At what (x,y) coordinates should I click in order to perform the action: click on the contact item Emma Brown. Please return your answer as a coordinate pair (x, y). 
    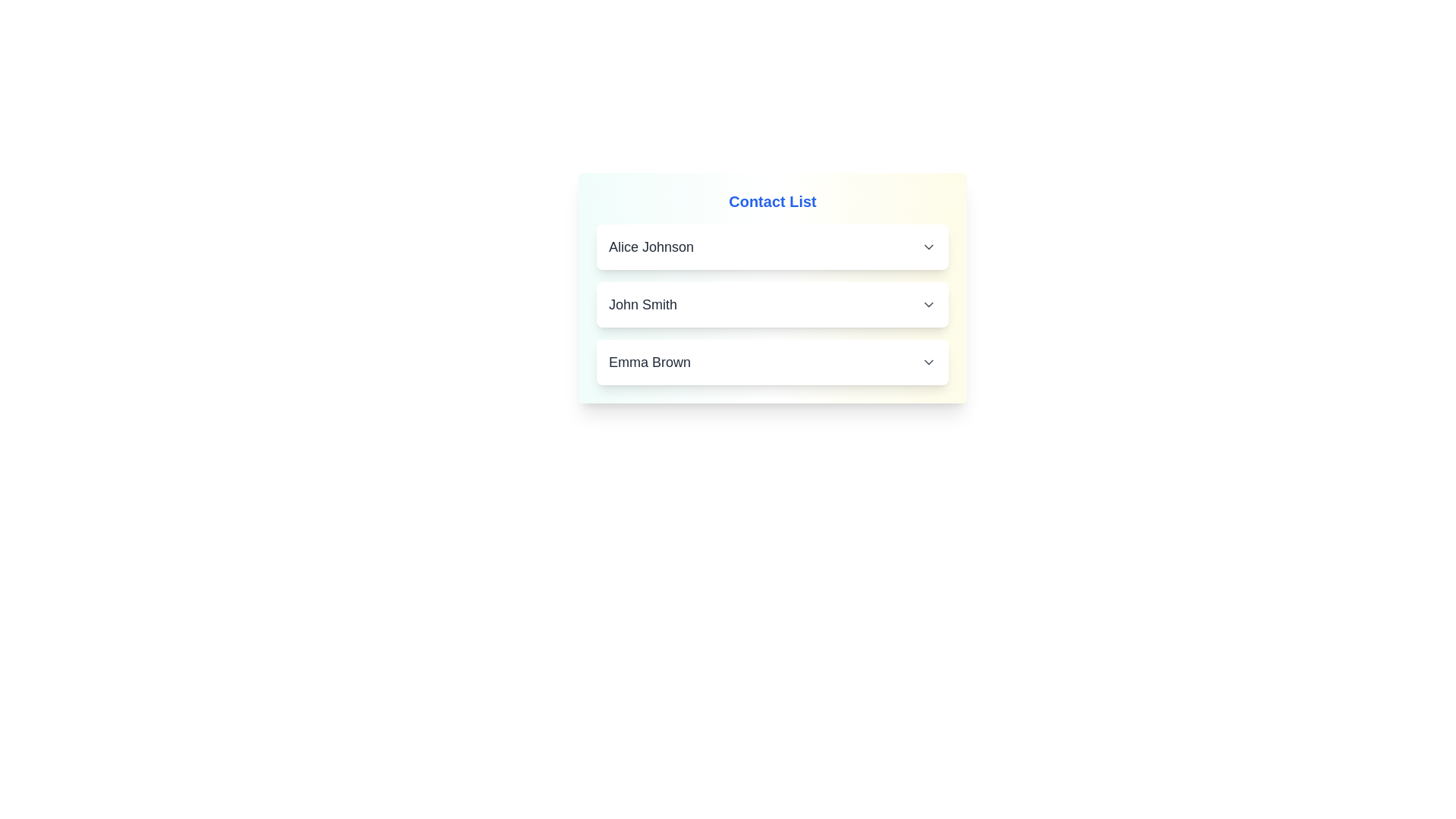
    Looking at the image, I should click on (772, 362).